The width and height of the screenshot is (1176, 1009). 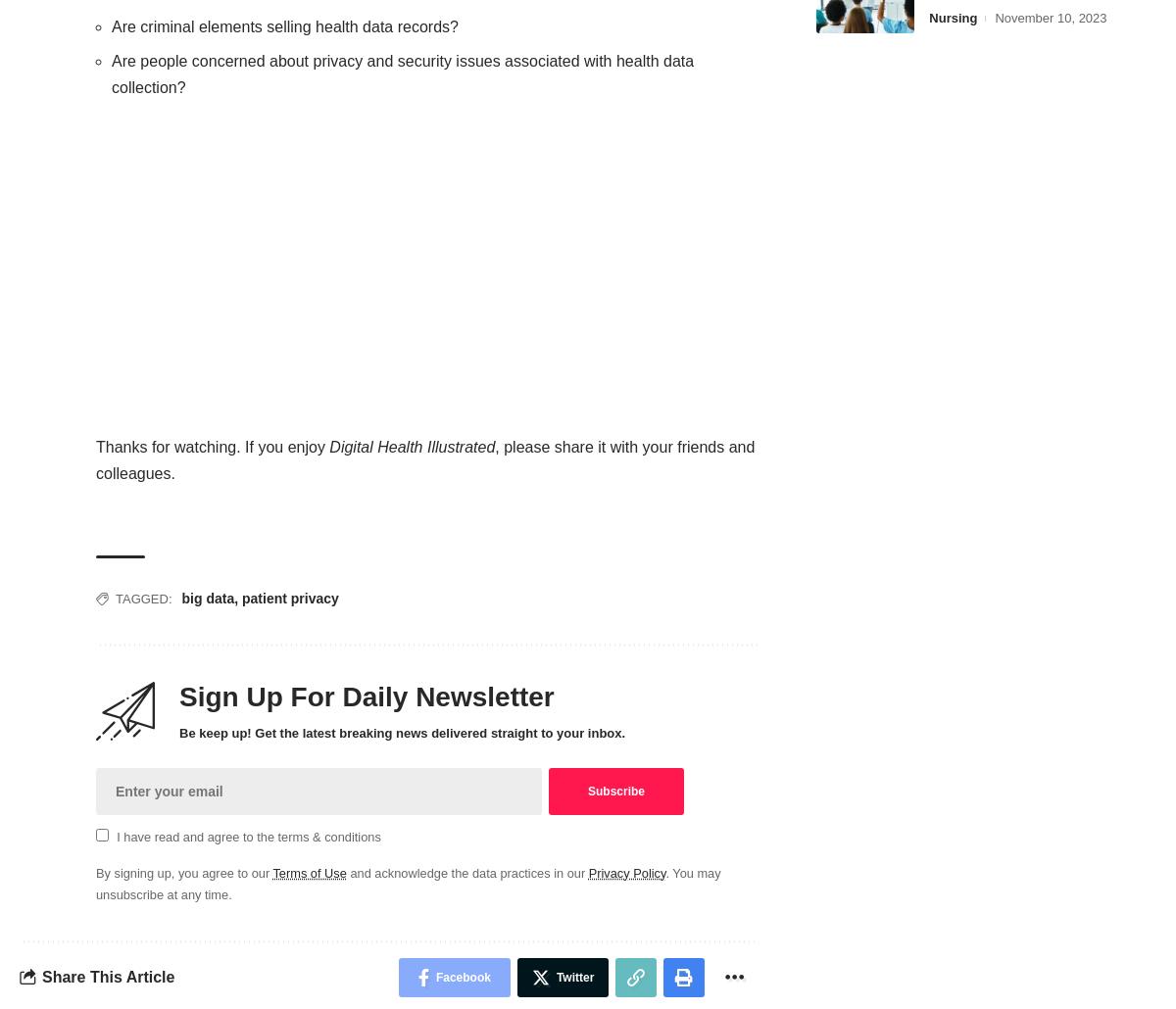 I want to click on 'Thanks for watching. If you enjoy', so click(x=211, y=445).